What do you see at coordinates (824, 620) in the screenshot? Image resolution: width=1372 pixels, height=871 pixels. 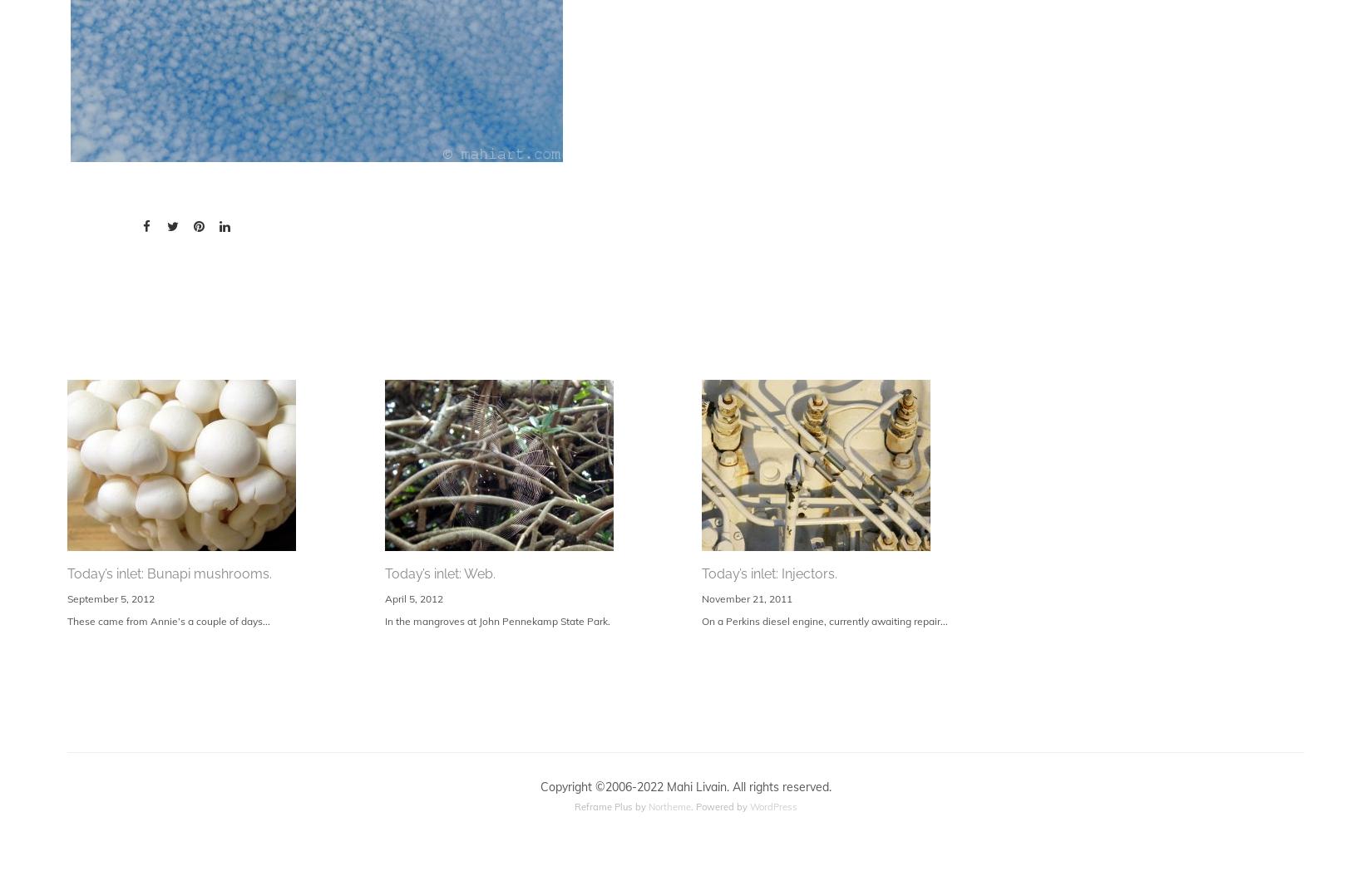 I see `'On a Perkins diesel engine, currently awaiting repair...'` at bounding box center [824, 620].